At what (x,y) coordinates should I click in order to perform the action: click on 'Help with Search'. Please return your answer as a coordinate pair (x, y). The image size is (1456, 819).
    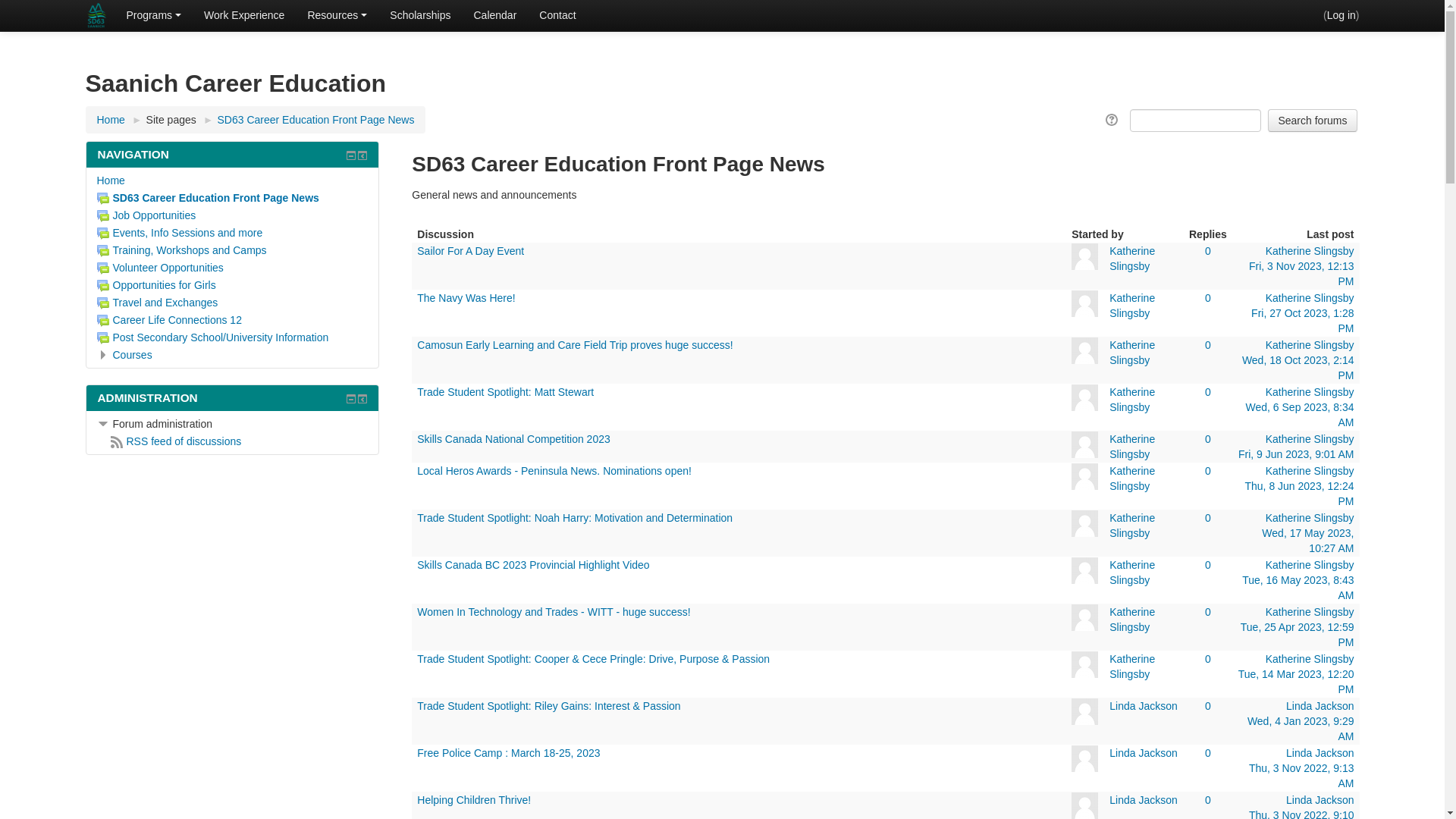
    Looking at the image, I should click on (1112, 119).